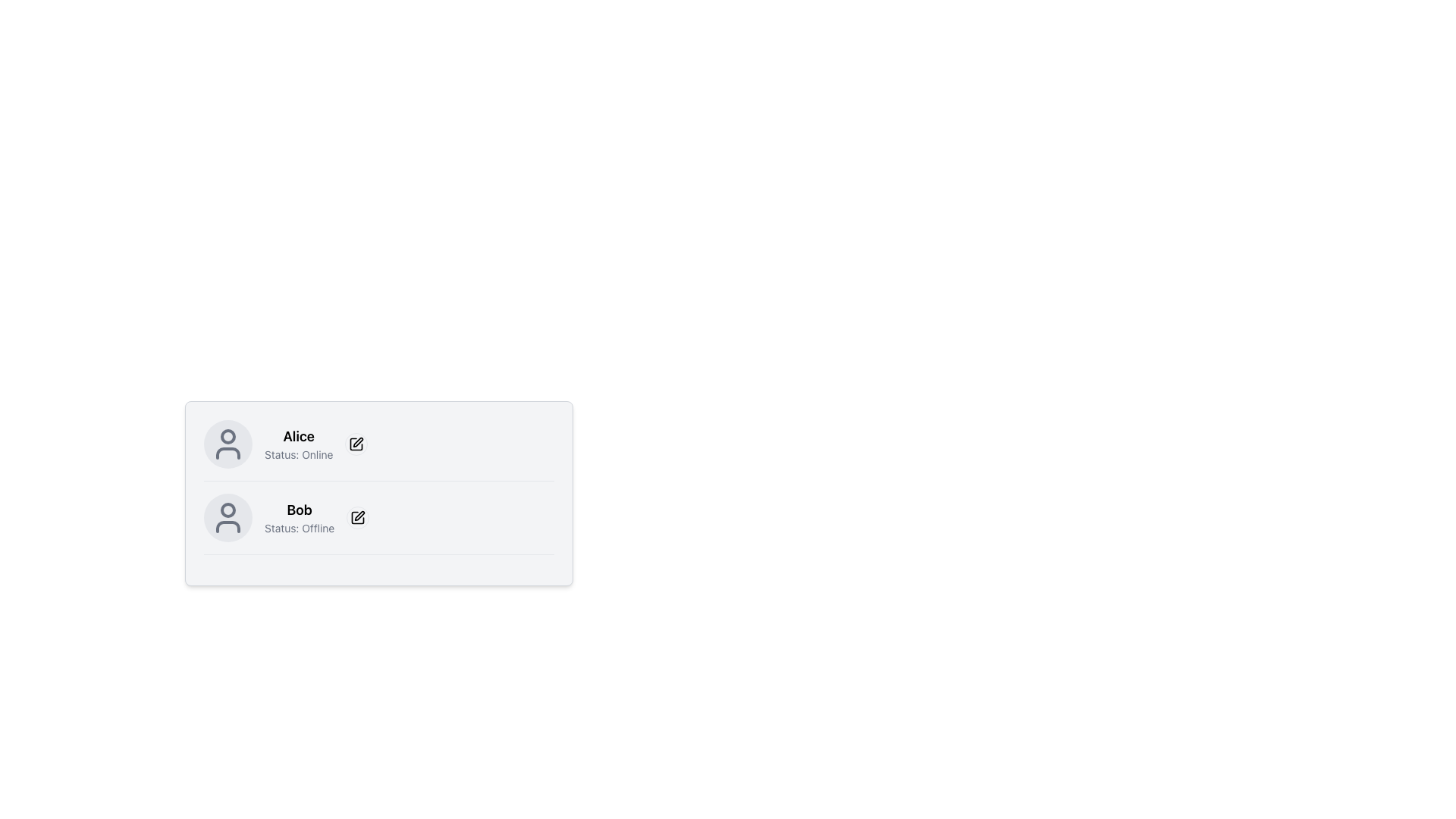  I want to click on the text information displaying the user's name and online status, which is located to the right of the leftmost avatar icon and above the pencil icon, within the first entry of the user list containing 'Alice' and 'Bob', so click(299, 444).